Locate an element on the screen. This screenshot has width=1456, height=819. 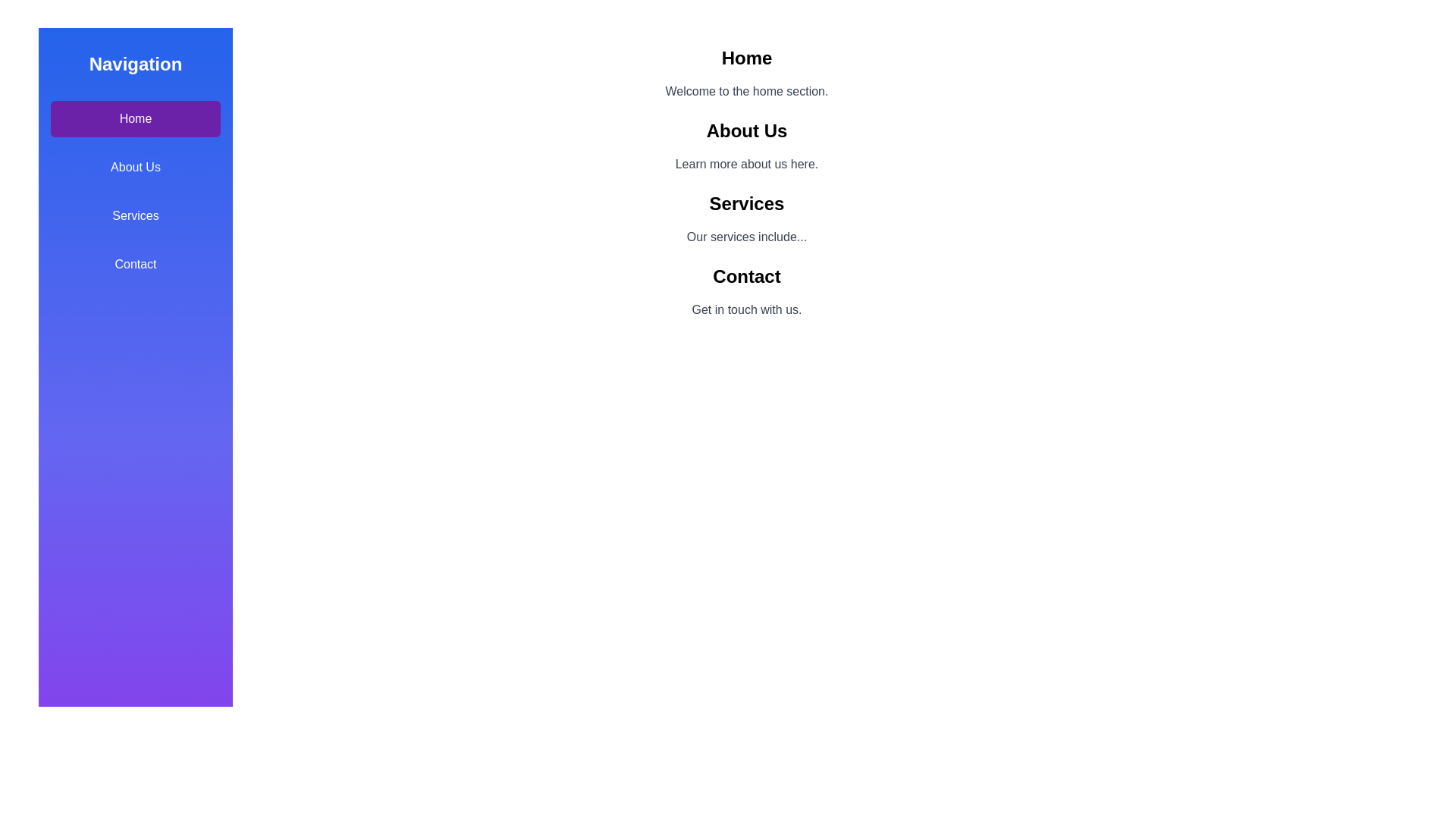
the static text element that serves as a descriptive subtitle for the 'Services' section, positioned directly below the 'Services' header is located at coordinates (746, 237).